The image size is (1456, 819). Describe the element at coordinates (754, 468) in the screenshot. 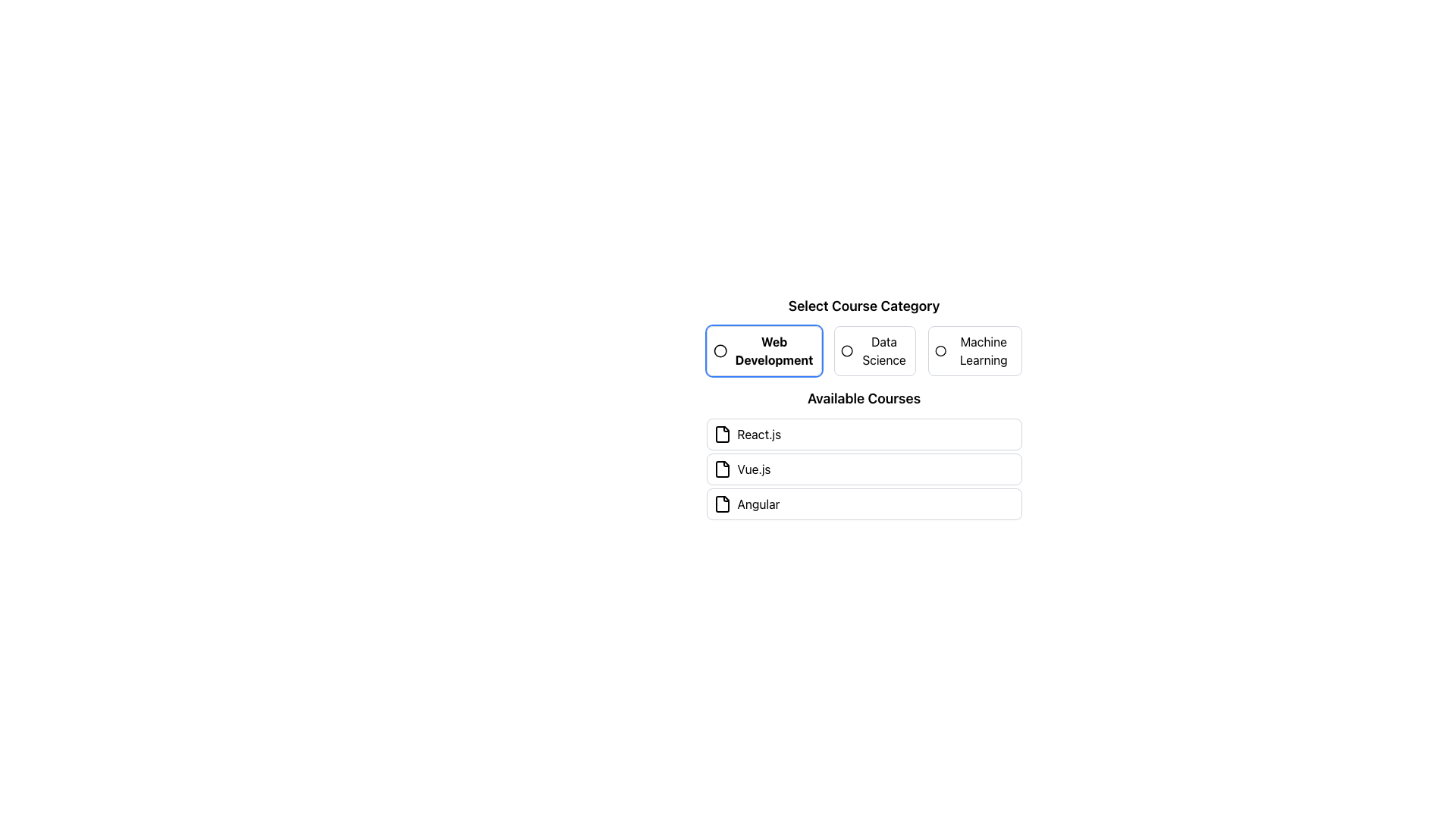

I see `the text label displaying 'Vue.js' inside the interactive course box located in the 'Available Courses' section` at that location.